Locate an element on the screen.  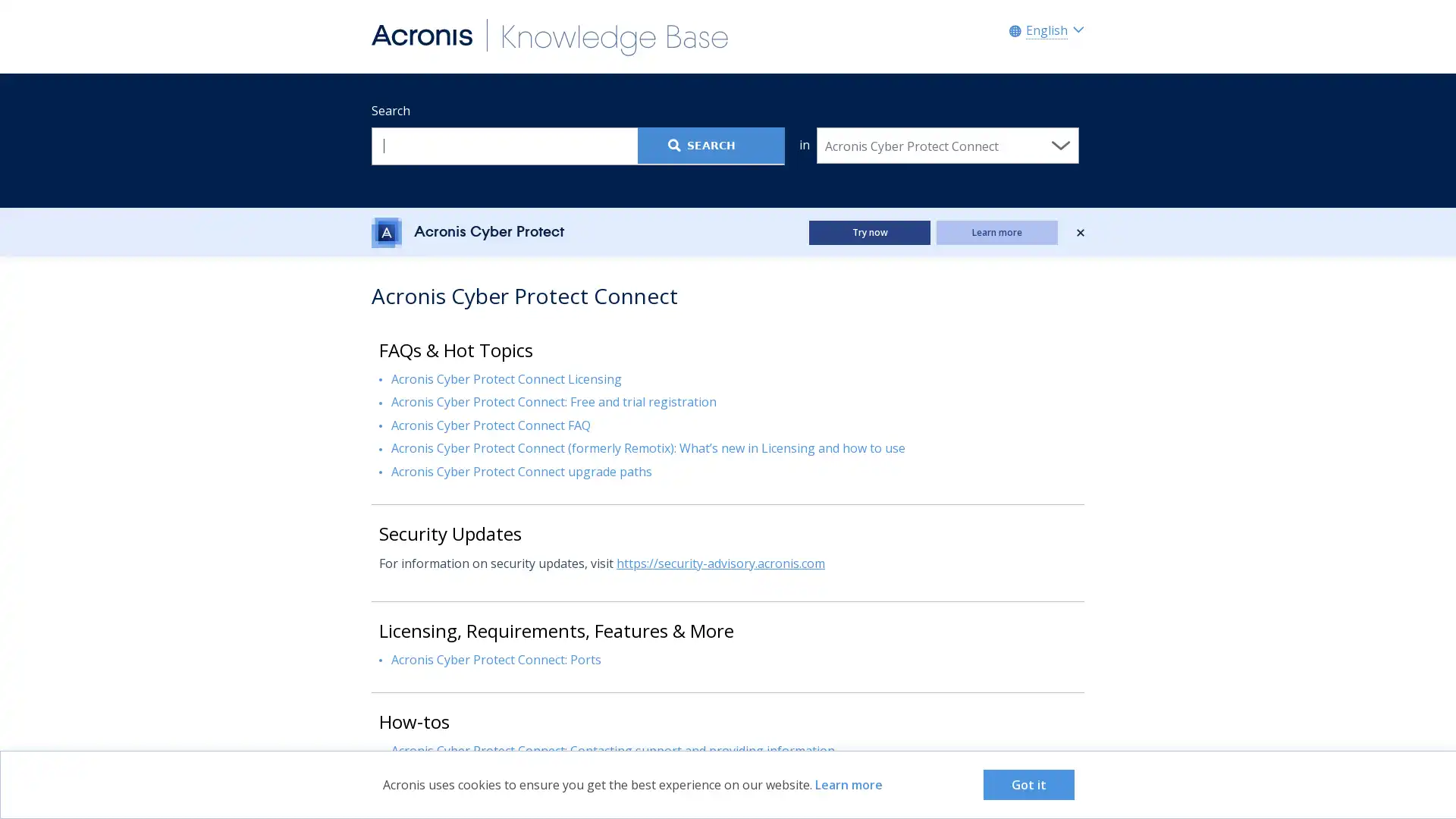
Search is located at coordinates (710, 146).